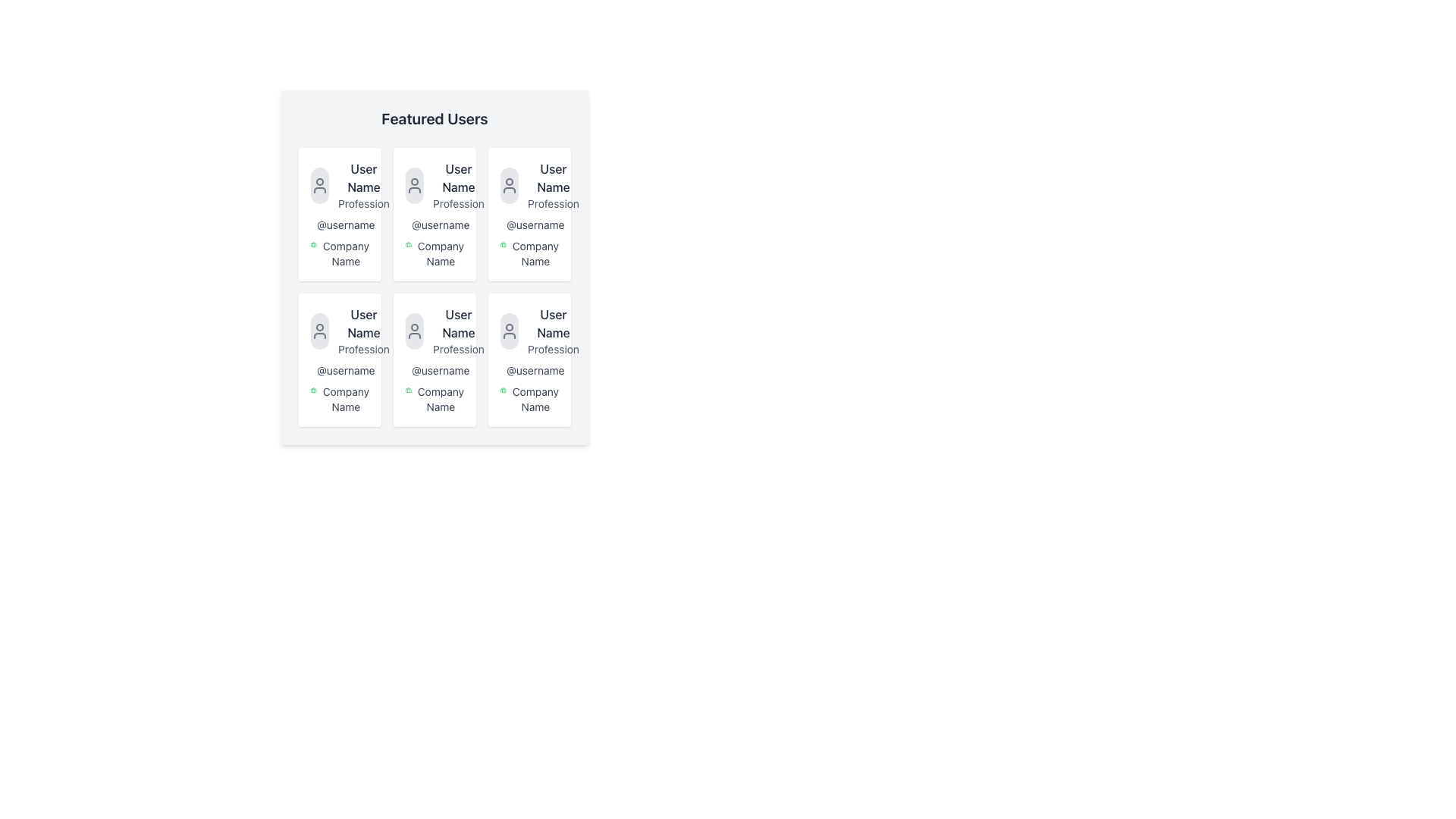 The width and height of the screenshot is (1456, 819). What do you see at coordinates (440, 371) in the screenshot?
I see `the user's handle text located in the bottom-middle card of the 'Featured Users' grid, which is the second text component below the profession information, to interact with nearby elements` at bounding box center [440, 371].